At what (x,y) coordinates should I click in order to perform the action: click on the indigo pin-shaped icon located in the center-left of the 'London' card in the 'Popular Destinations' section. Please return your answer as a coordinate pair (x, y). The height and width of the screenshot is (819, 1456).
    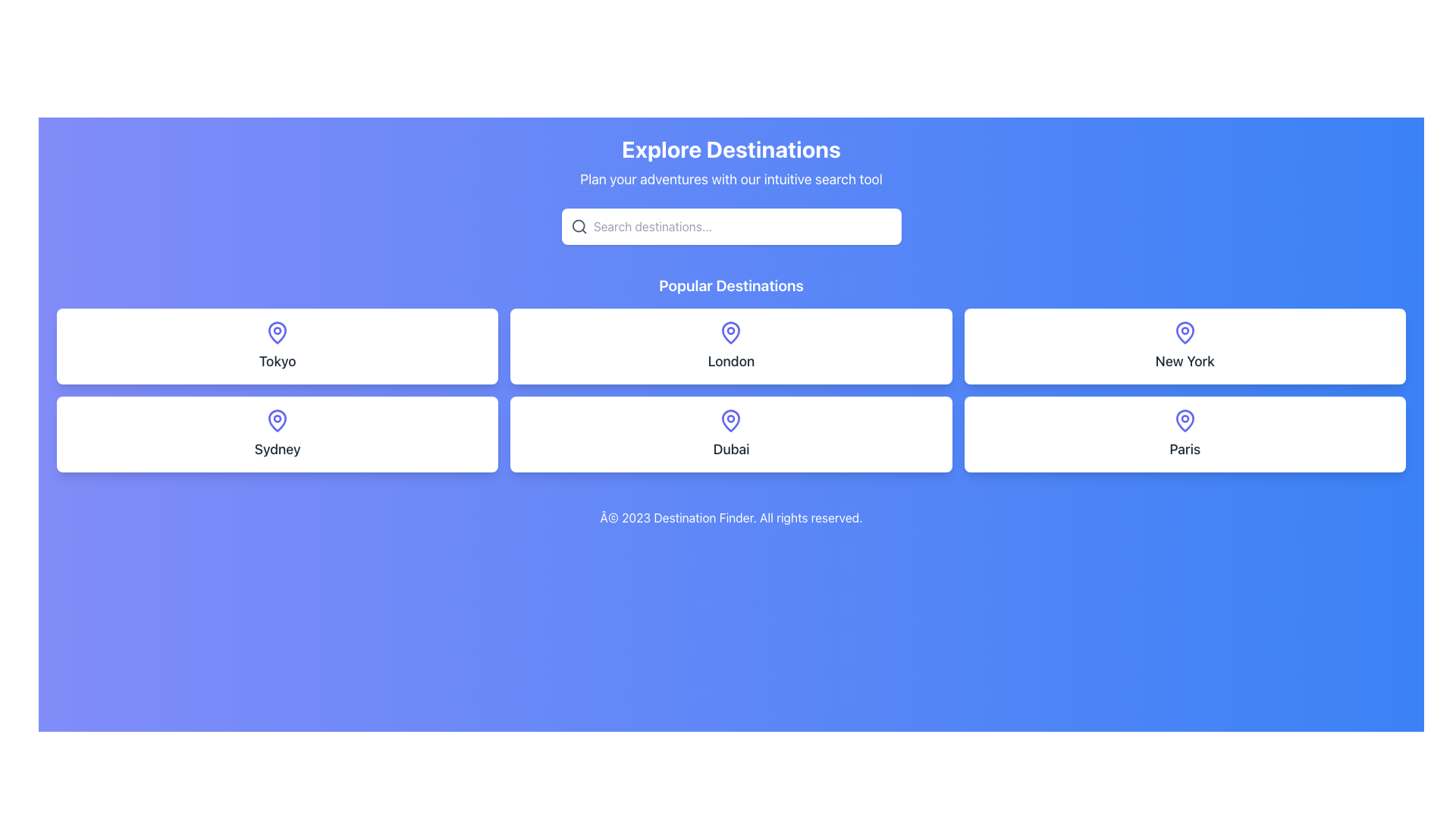
    Looking at the image, I should click on (731, 332).